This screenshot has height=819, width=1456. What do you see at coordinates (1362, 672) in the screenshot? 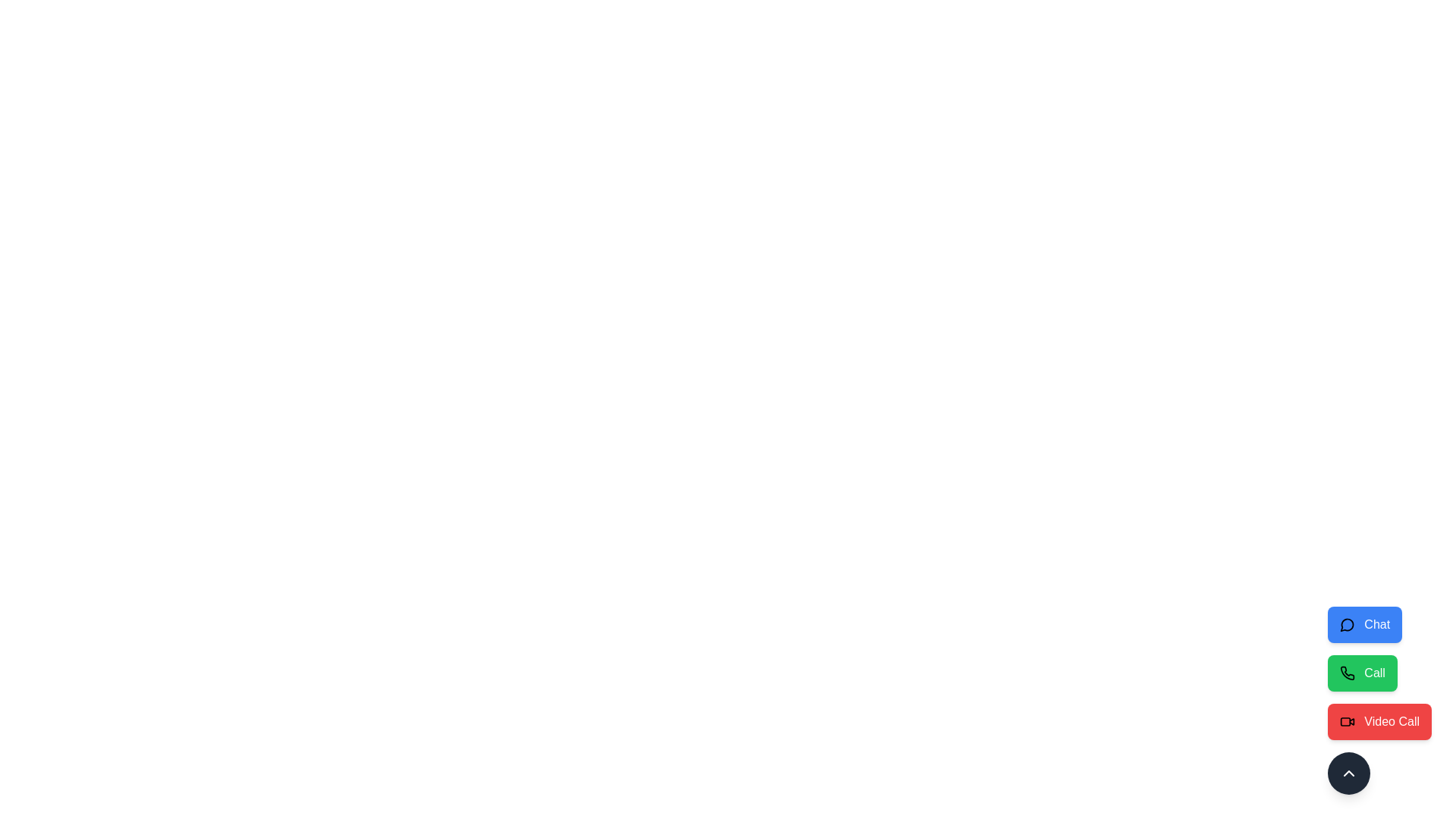
I see `the 'Call' button to initiate a call` at bounding box center [1362, 672].